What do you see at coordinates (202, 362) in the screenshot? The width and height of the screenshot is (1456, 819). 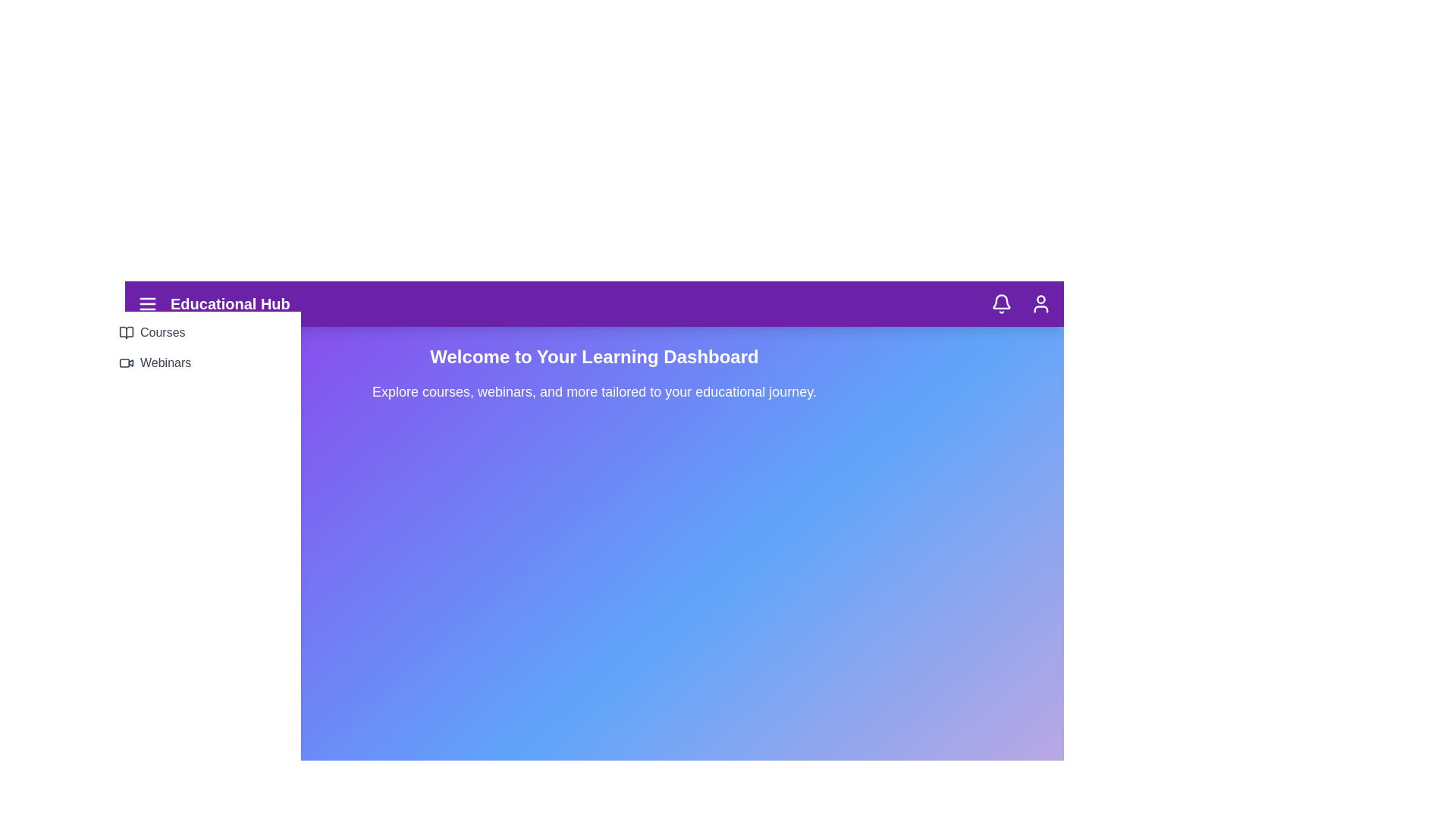 I see `the 'Webinars' link in the sidebar to navigate to the 'Webinars' section` at bounding box center [202, 362].